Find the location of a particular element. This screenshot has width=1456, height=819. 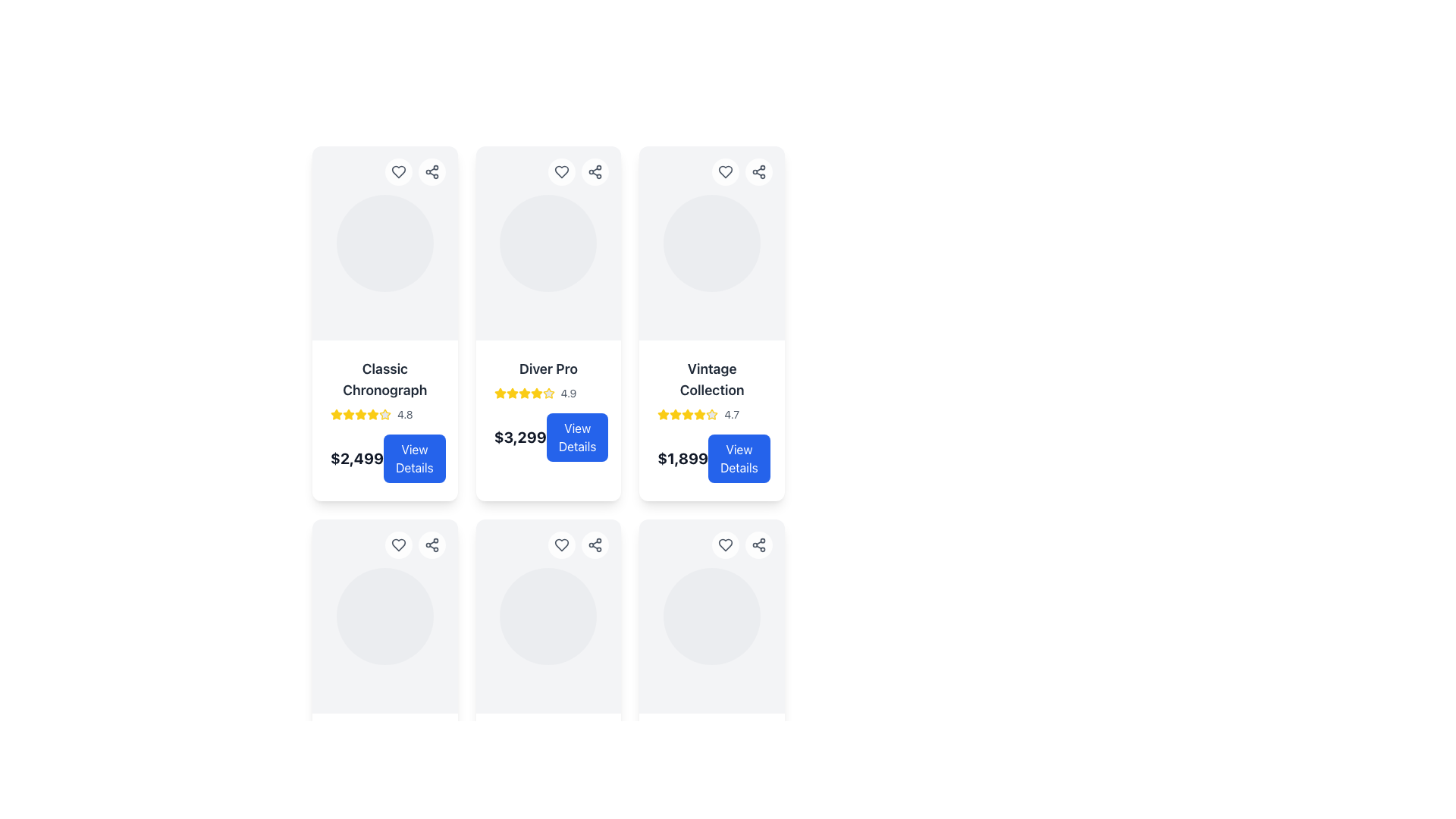

the yellow-filled star icon located beneath the product name 'Diver Pro' in the second card of the top row is located at coordinates (536, 392).